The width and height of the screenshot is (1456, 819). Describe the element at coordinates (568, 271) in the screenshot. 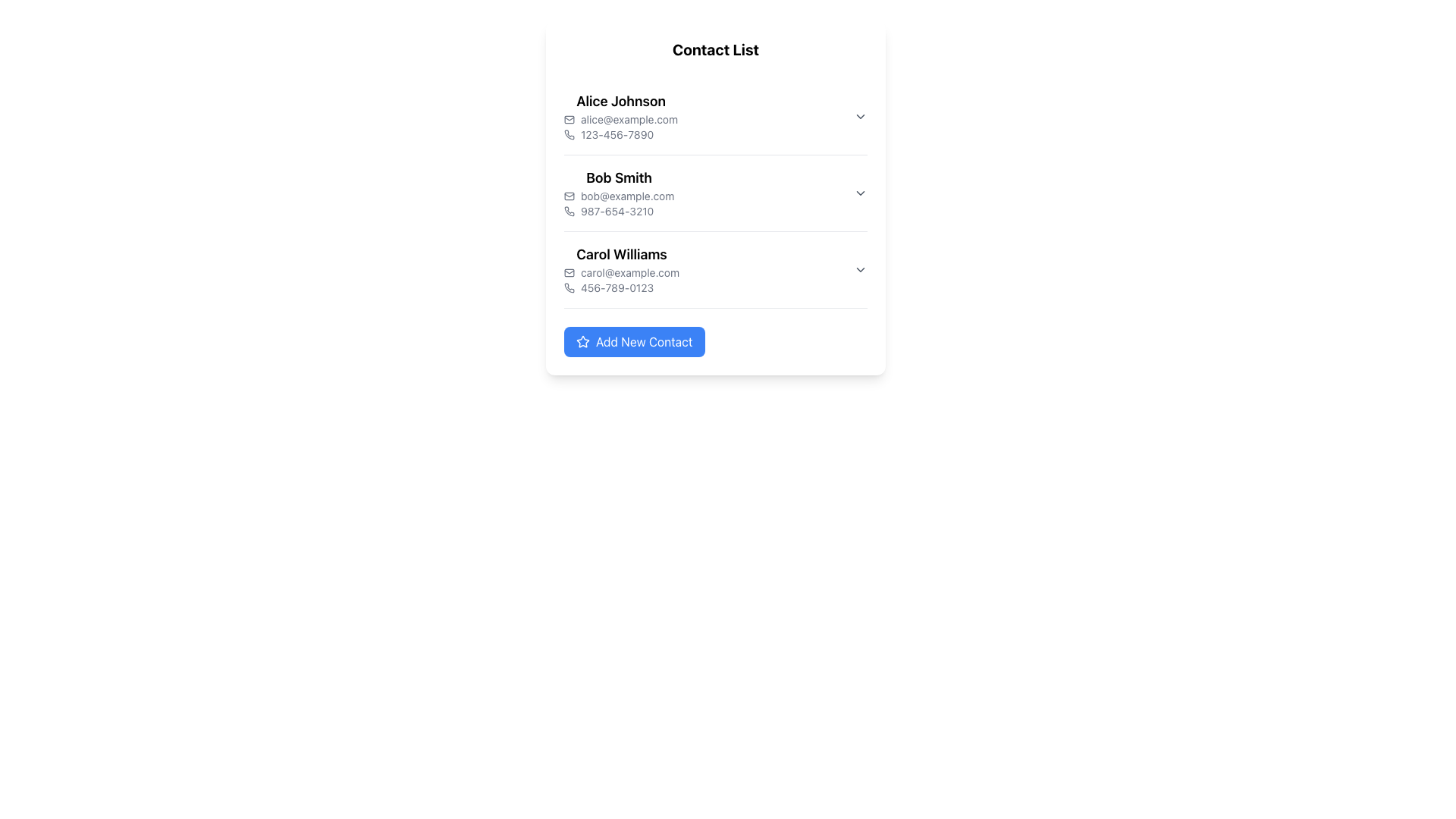

I see `the envelope icon representing the email for the contact 'Carol Williams' located in the third line of the contact list, adjacent to the email address 'carol@example.com'` at that location.